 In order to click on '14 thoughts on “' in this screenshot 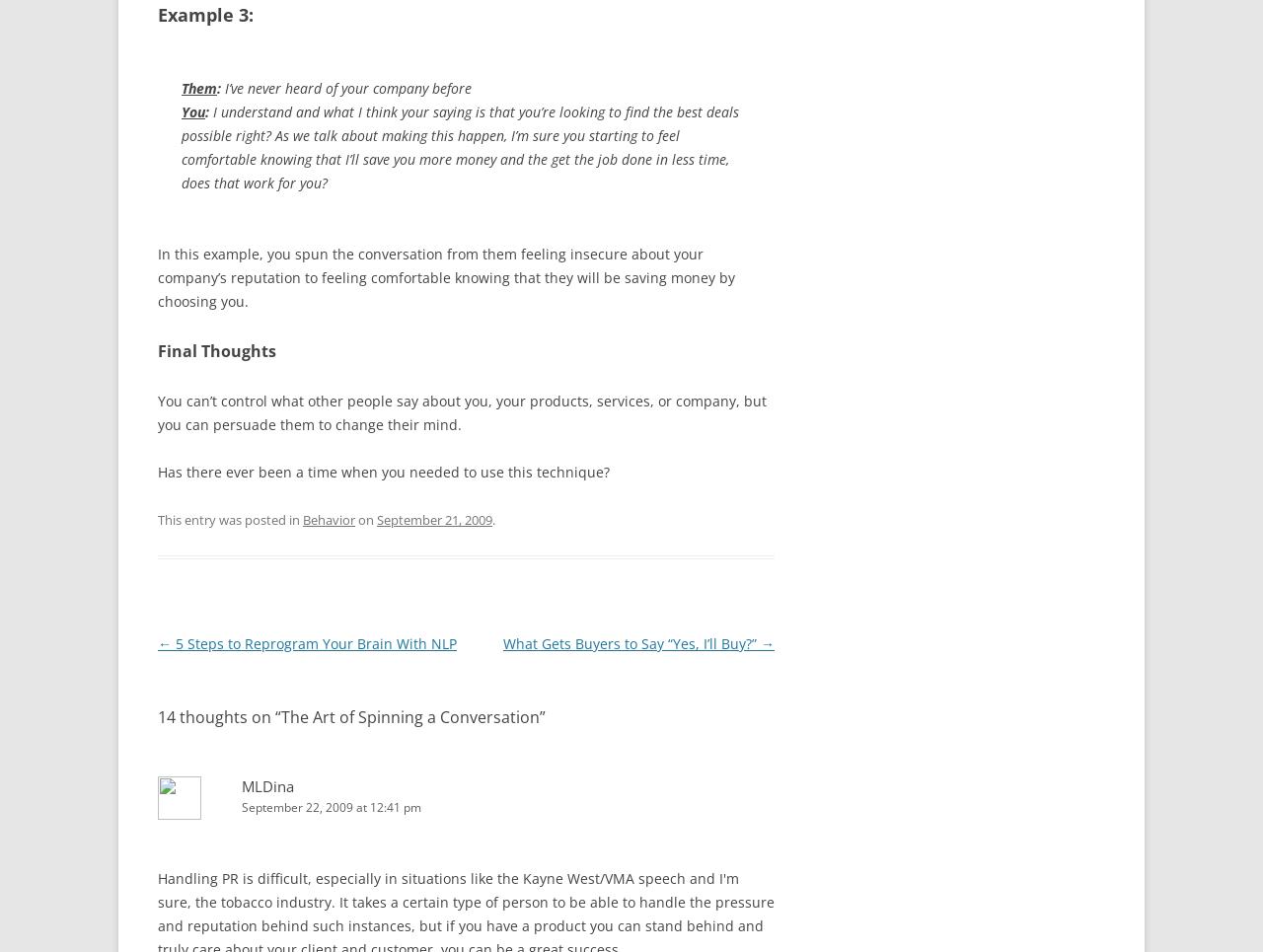, I will do `click(219, 717)`.